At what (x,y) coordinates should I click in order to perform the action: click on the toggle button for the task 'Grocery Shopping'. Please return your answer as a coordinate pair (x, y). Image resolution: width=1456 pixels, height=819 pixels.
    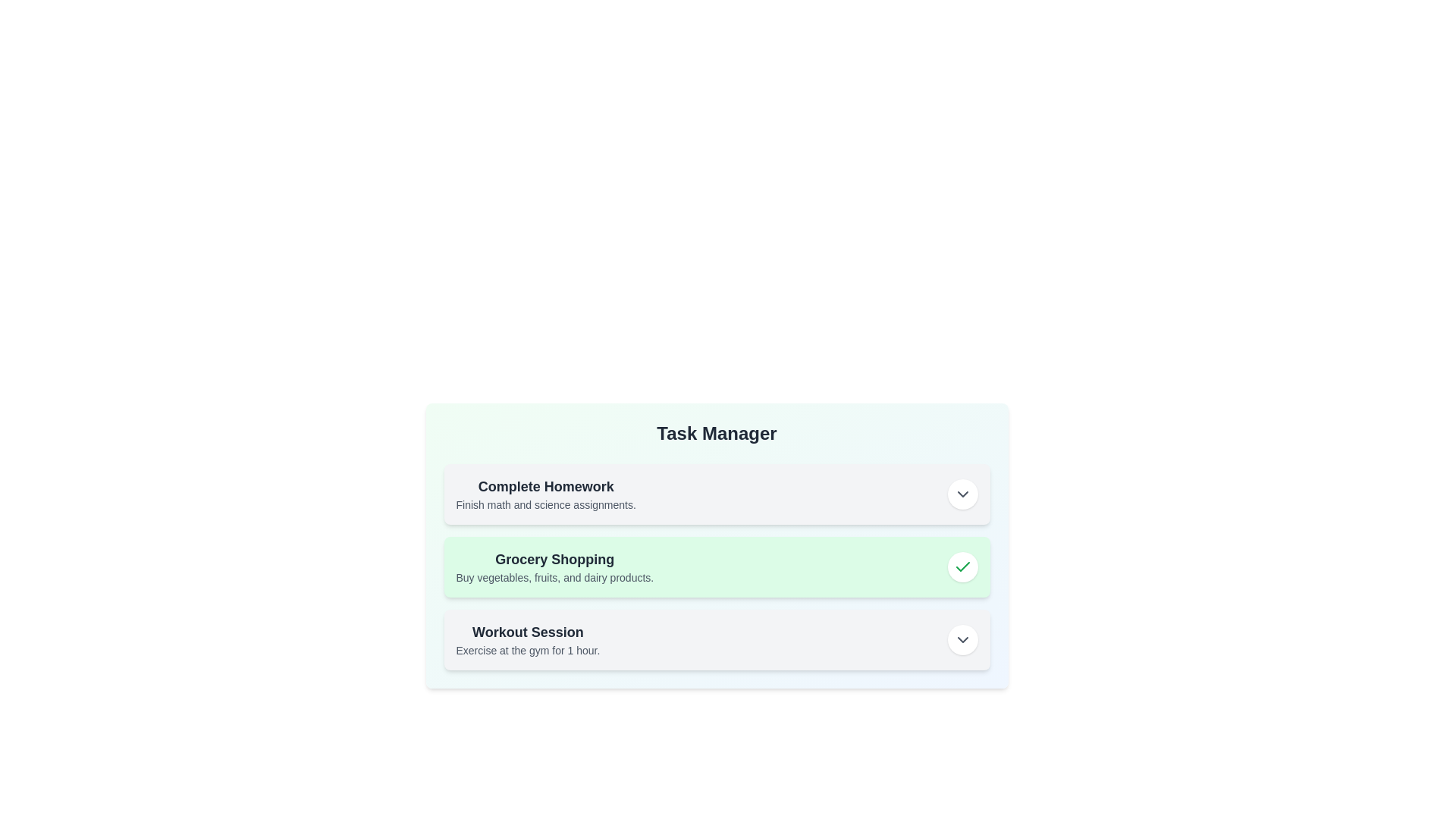
    Looking at the image, I should click on (962, 567).